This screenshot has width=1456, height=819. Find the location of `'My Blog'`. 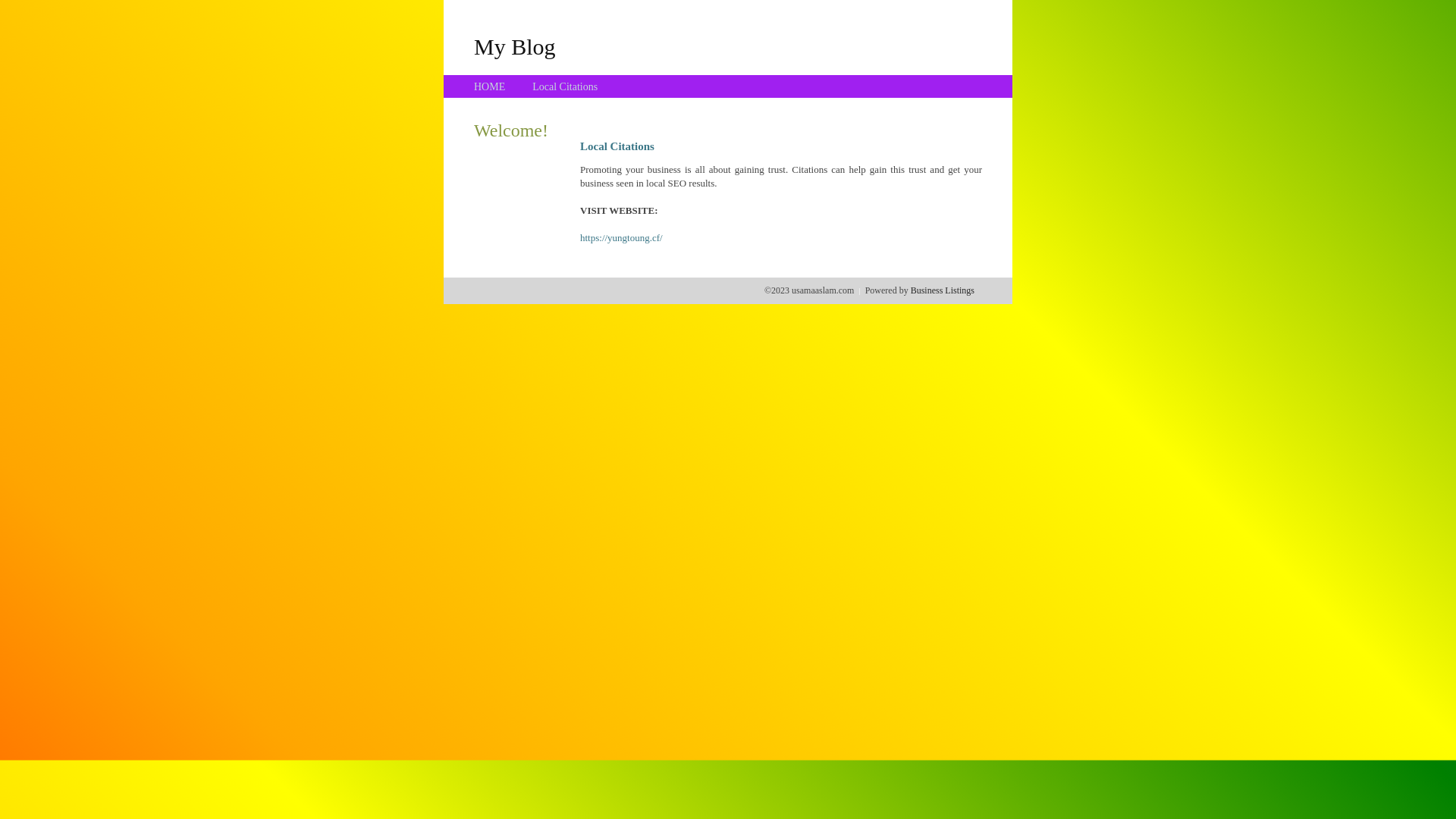

'My Blog' is located at coordinates (514, 45).